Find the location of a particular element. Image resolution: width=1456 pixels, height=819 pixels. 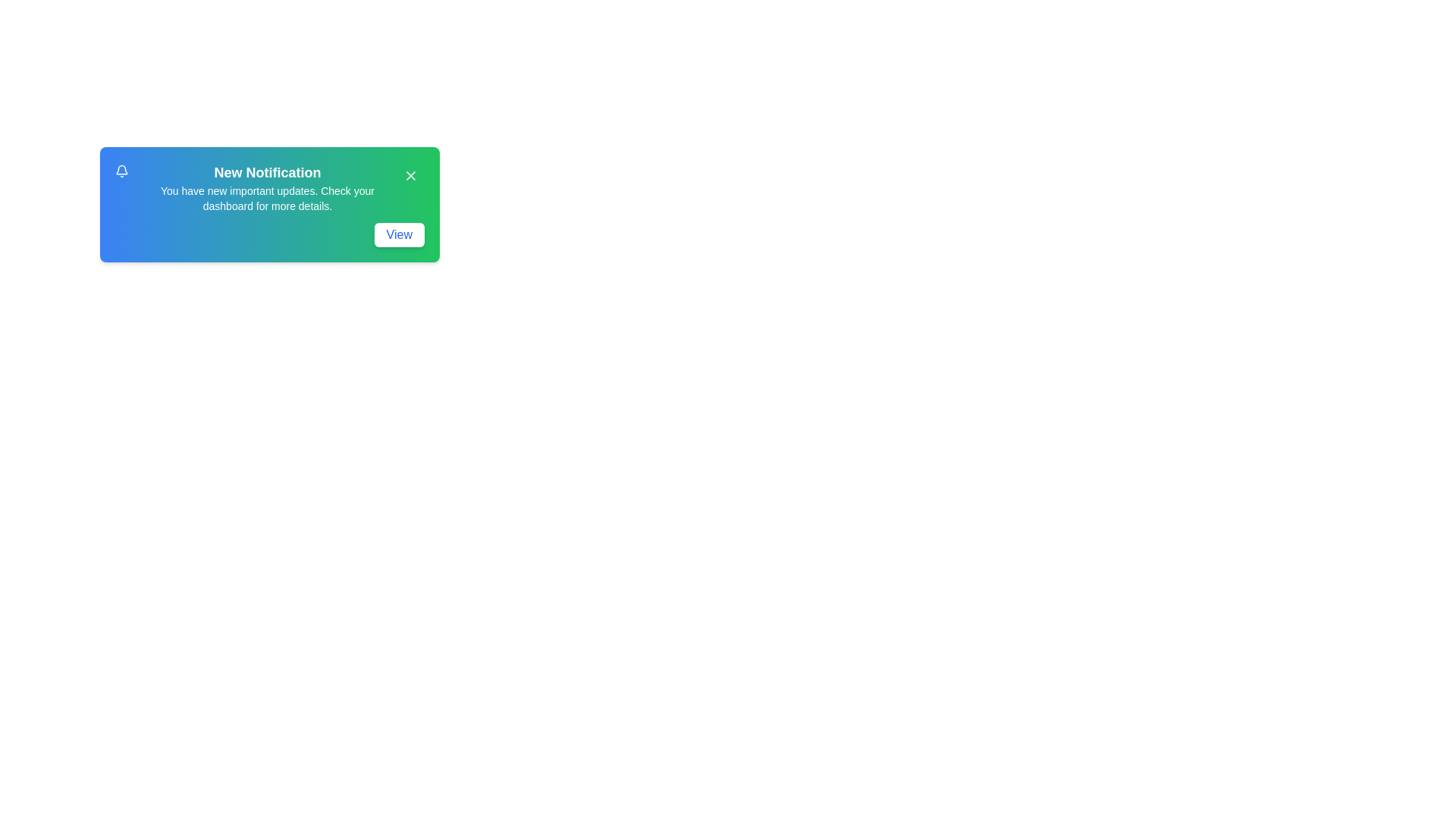

the notification icon by simulating a click at its center is located at coordinates (121, 171).